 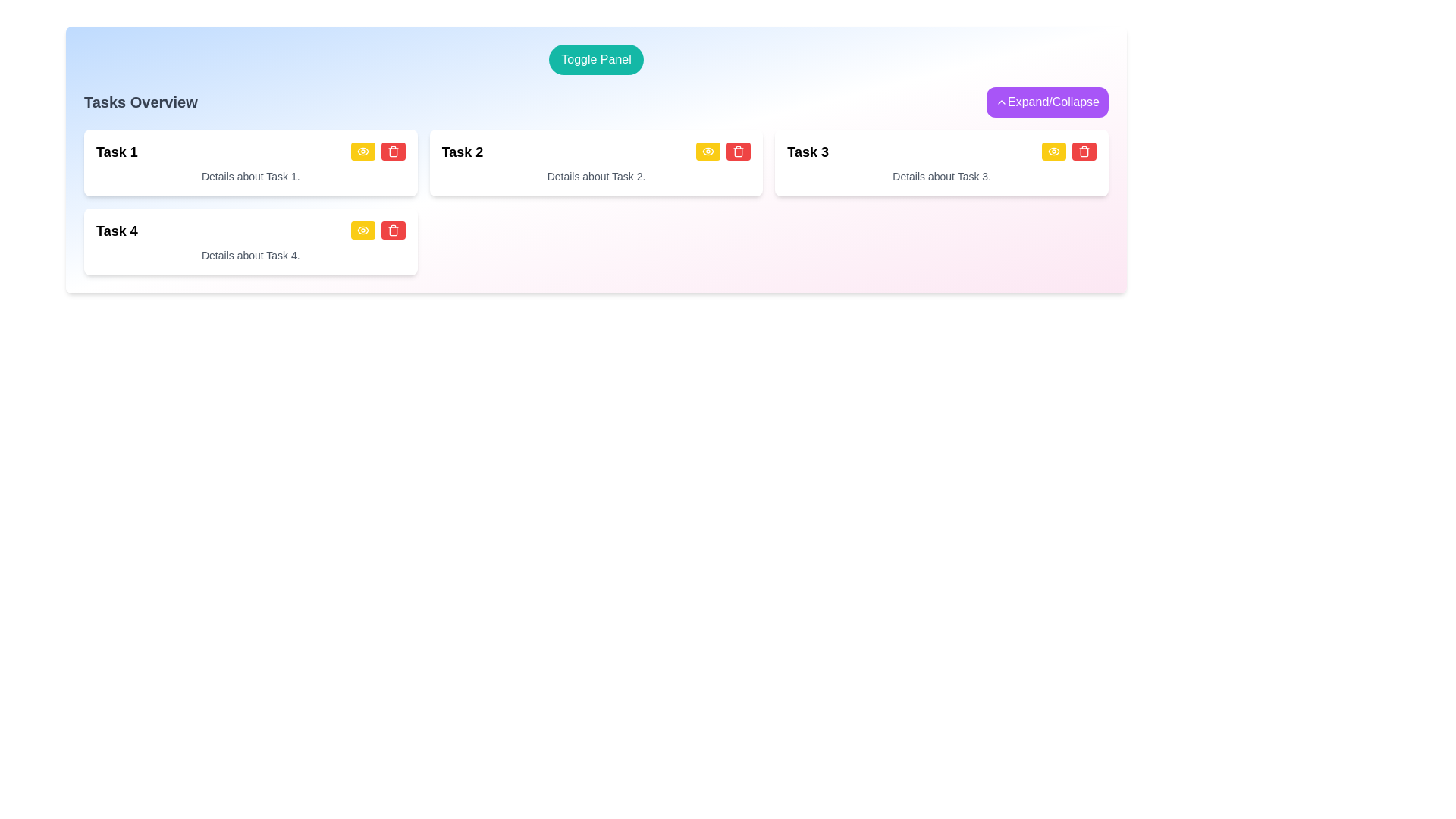 I want to click on descriptive text displayed in the text box beneath the title of the 'Task 2' card, which is the second textual component in that card, so click(x=595, y=175).